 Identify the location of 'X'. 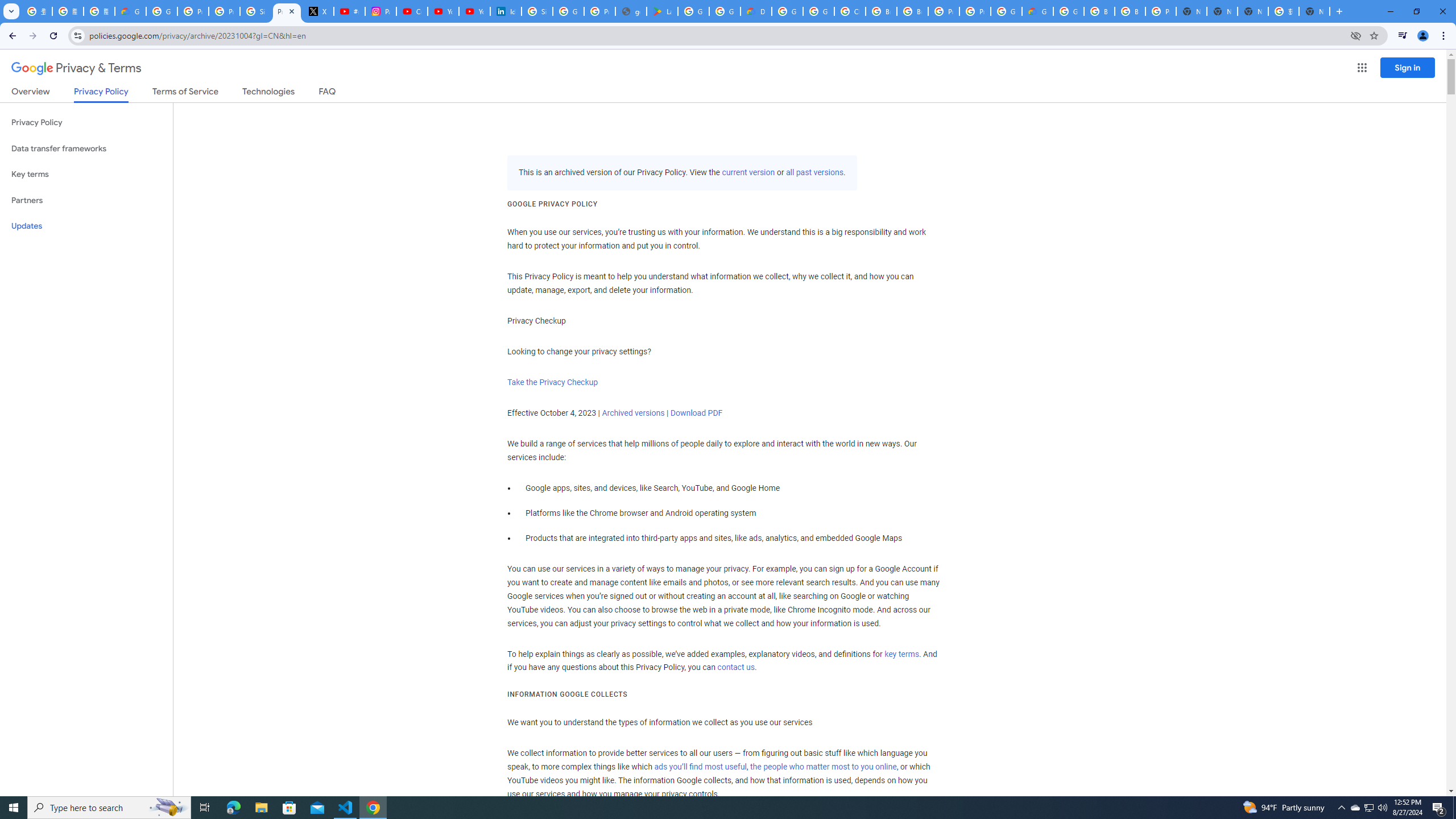
(317, 11).